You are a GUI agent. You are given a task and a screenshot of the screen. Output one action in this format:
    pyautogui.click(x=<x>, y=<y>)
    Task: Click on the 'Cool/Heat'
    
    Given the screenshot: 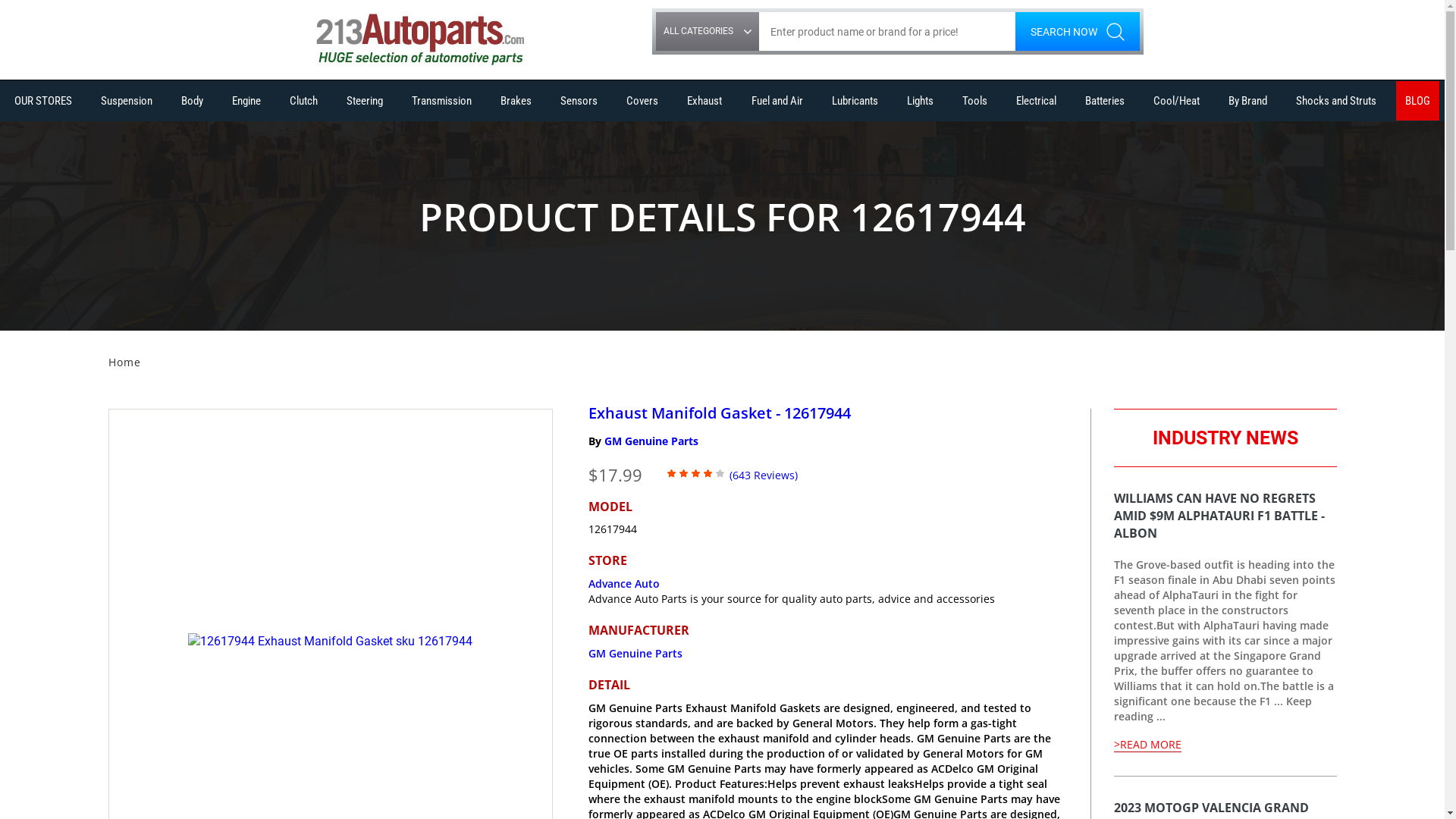 What is the action you would take?
    pyautogui.click(x=1175, y=100)
    